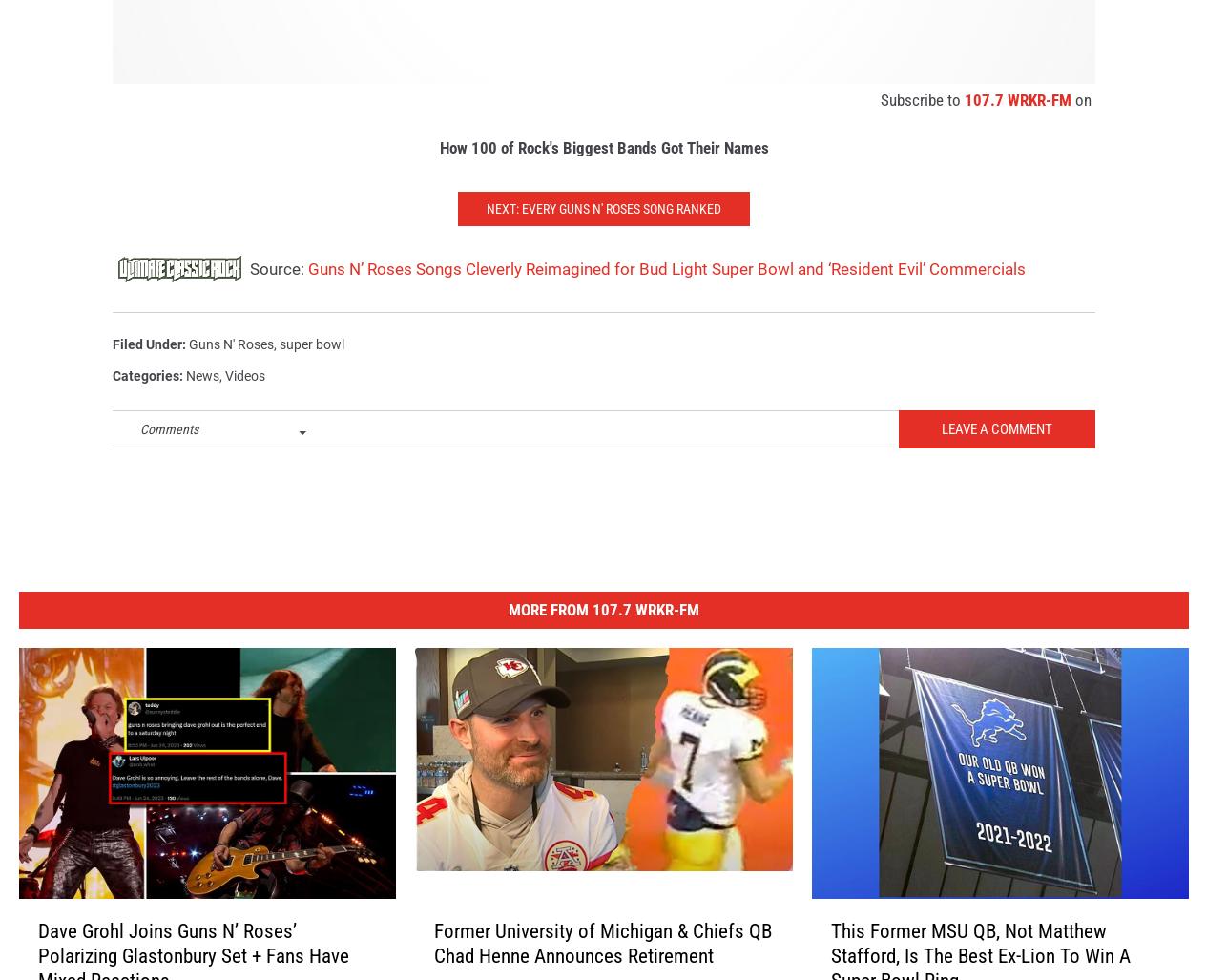 This screenshot has height=980, width=1227. I want to click on 'Guns N’ Roses Songs Cleverly Reimagined for Bud Light Super Bowl and ‘Resident Evil’ Commercials', so click(666, 288).